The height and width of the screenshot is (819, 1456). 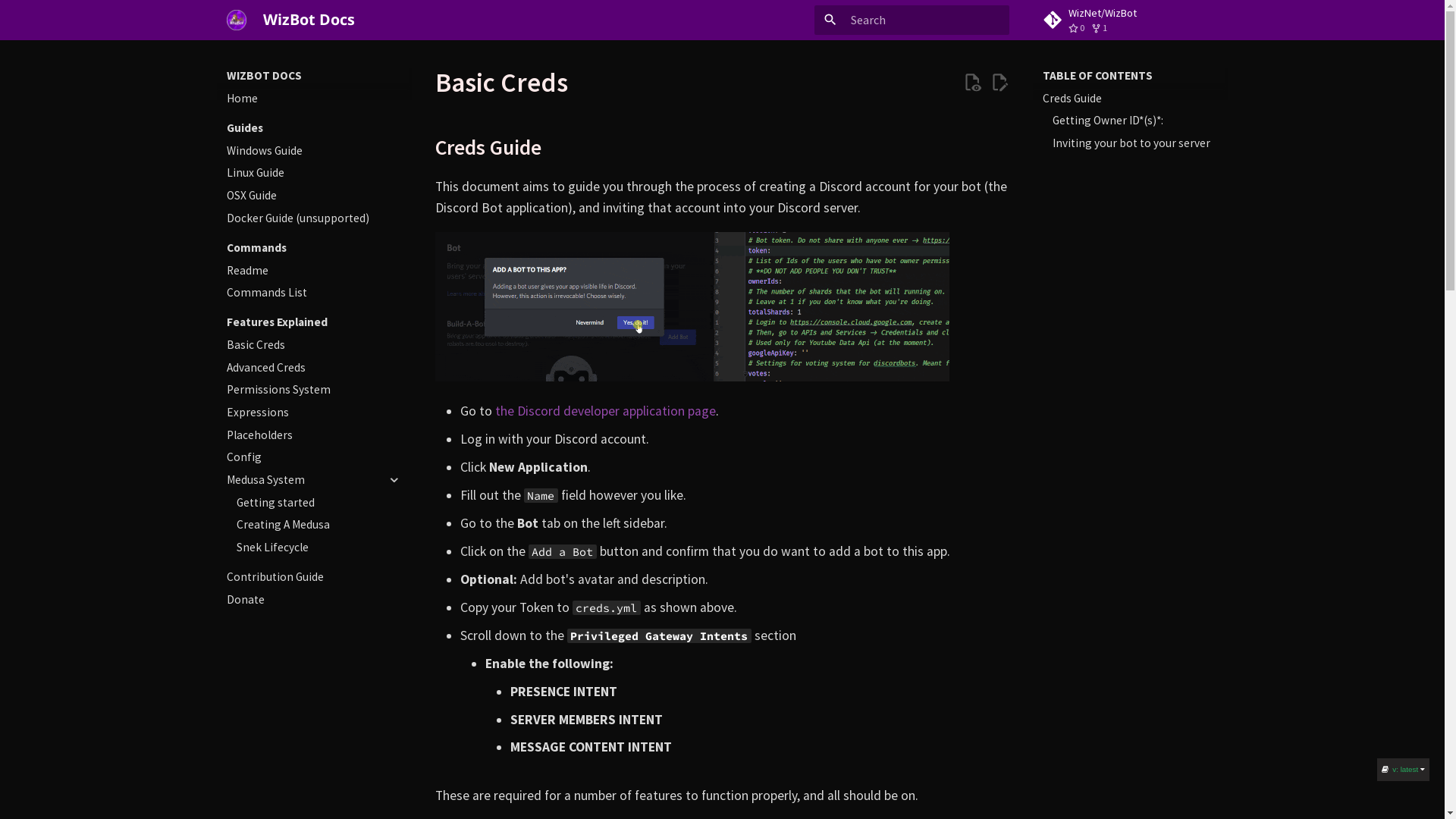 I want to click on 'Home', so click(x=313, y=99).